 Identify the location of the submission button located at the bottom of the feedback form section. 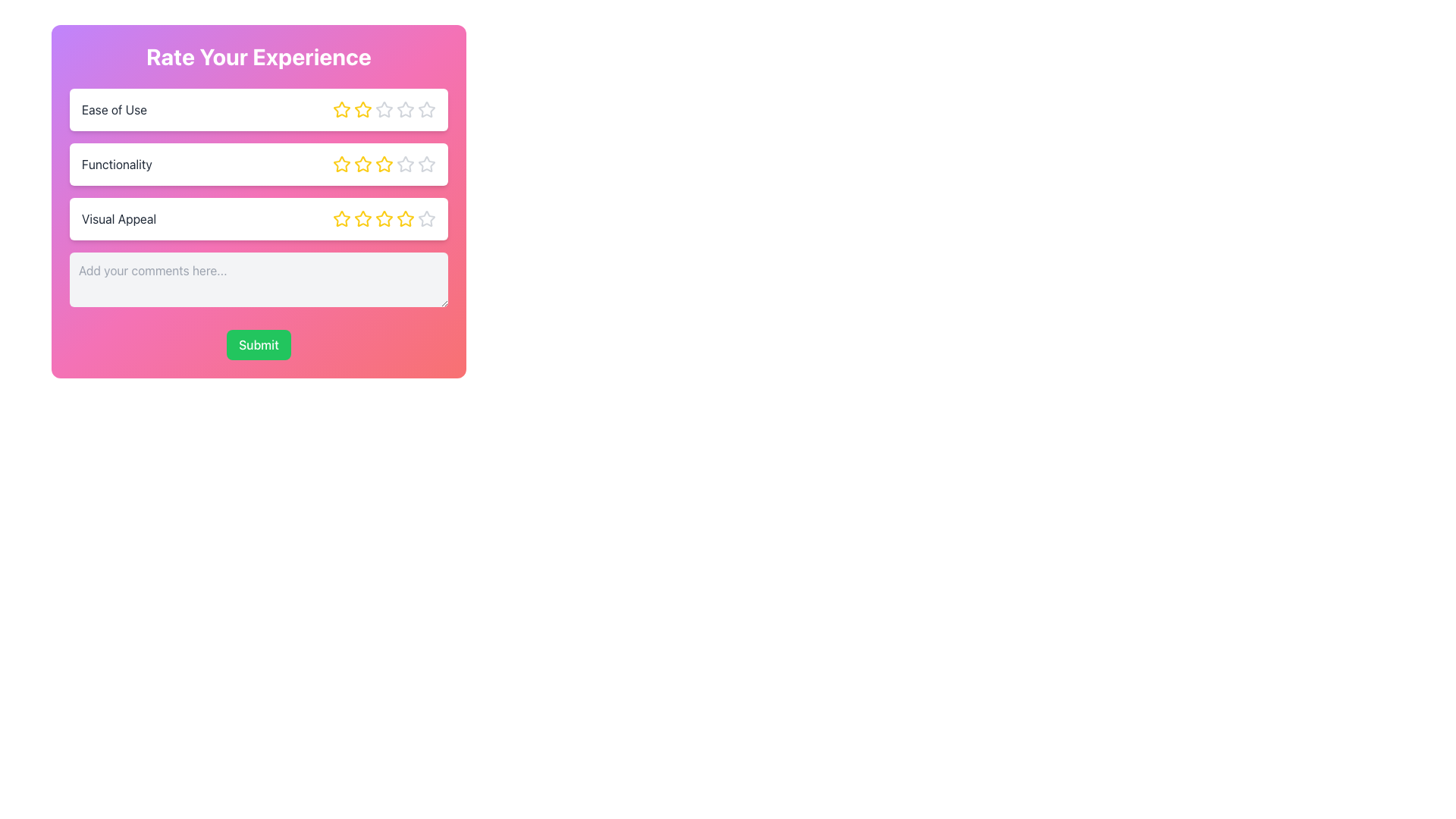
(259, 345).